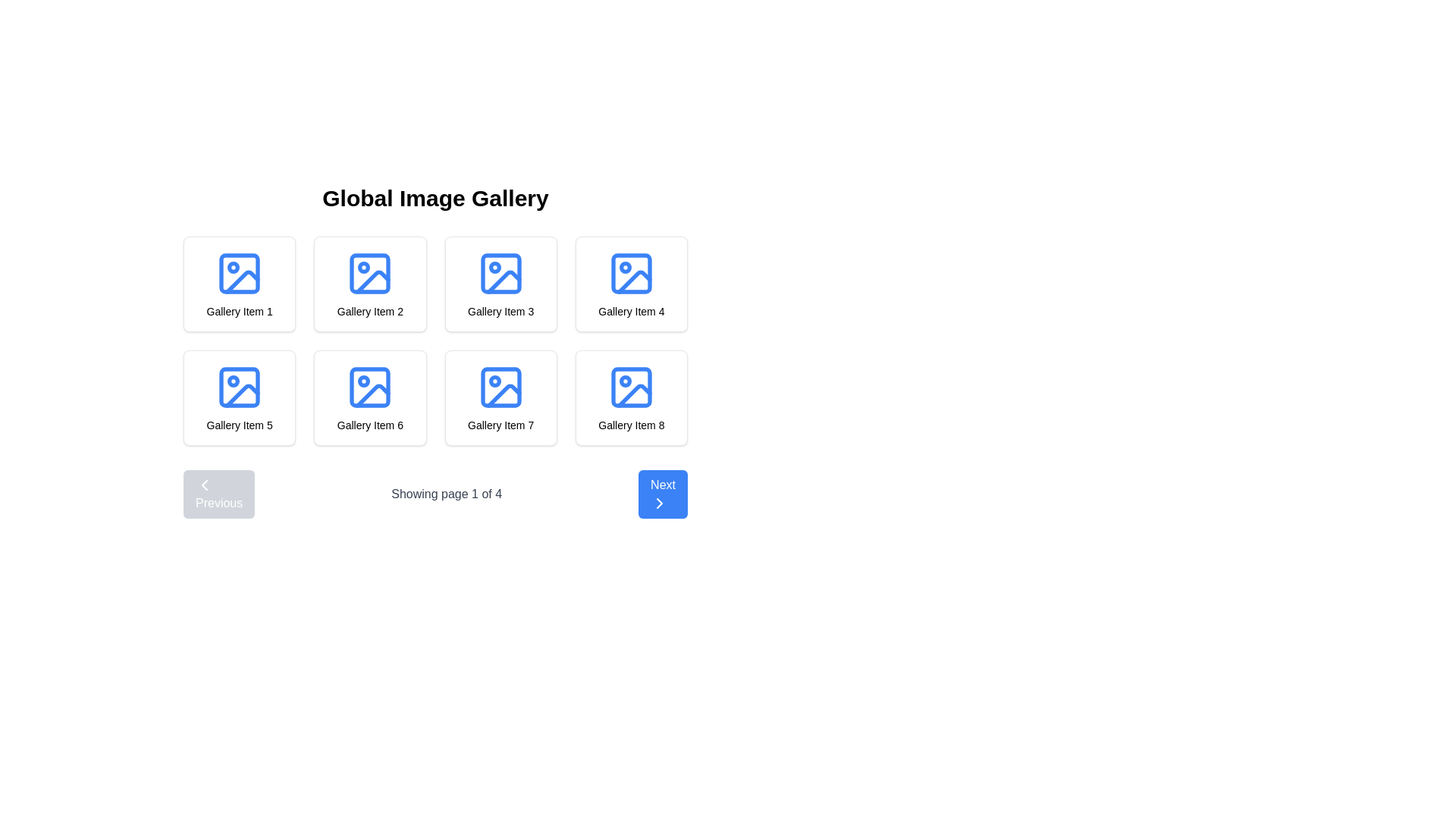 Image resolution: width=1456 pixels, height=819 pixels. I want to click on the small circular shape that indicates status within the Gallery Item 5 icon in the Global Image Gallery, located in the second row, first column, so click(233, 380).